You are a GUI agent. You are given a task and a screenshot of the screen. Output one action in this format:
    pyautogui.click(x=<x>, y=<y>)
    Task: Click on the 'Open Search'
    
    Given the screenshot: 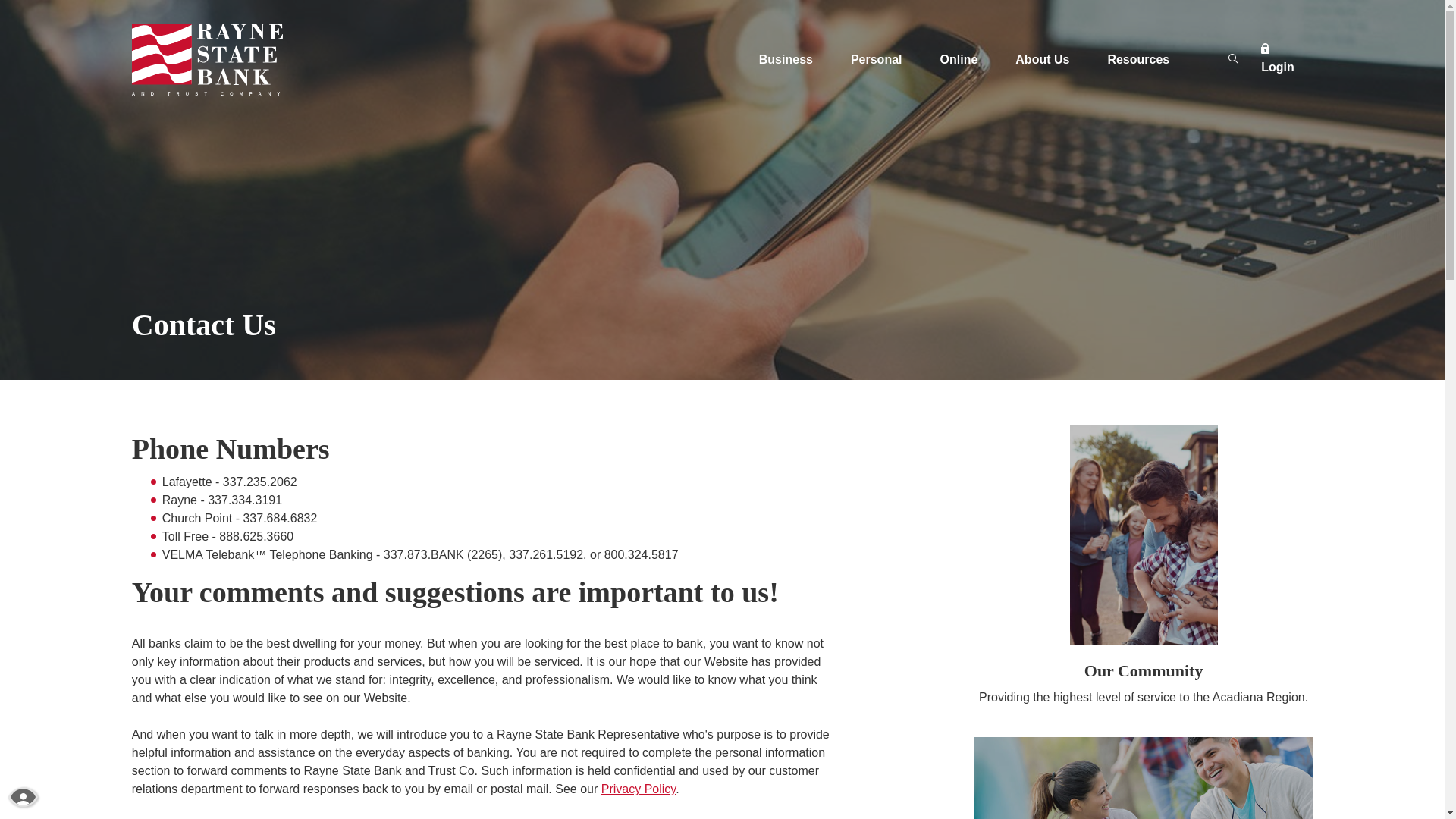 What is the action you would take?
    pyautogui.click(x=1233, y=58)
    